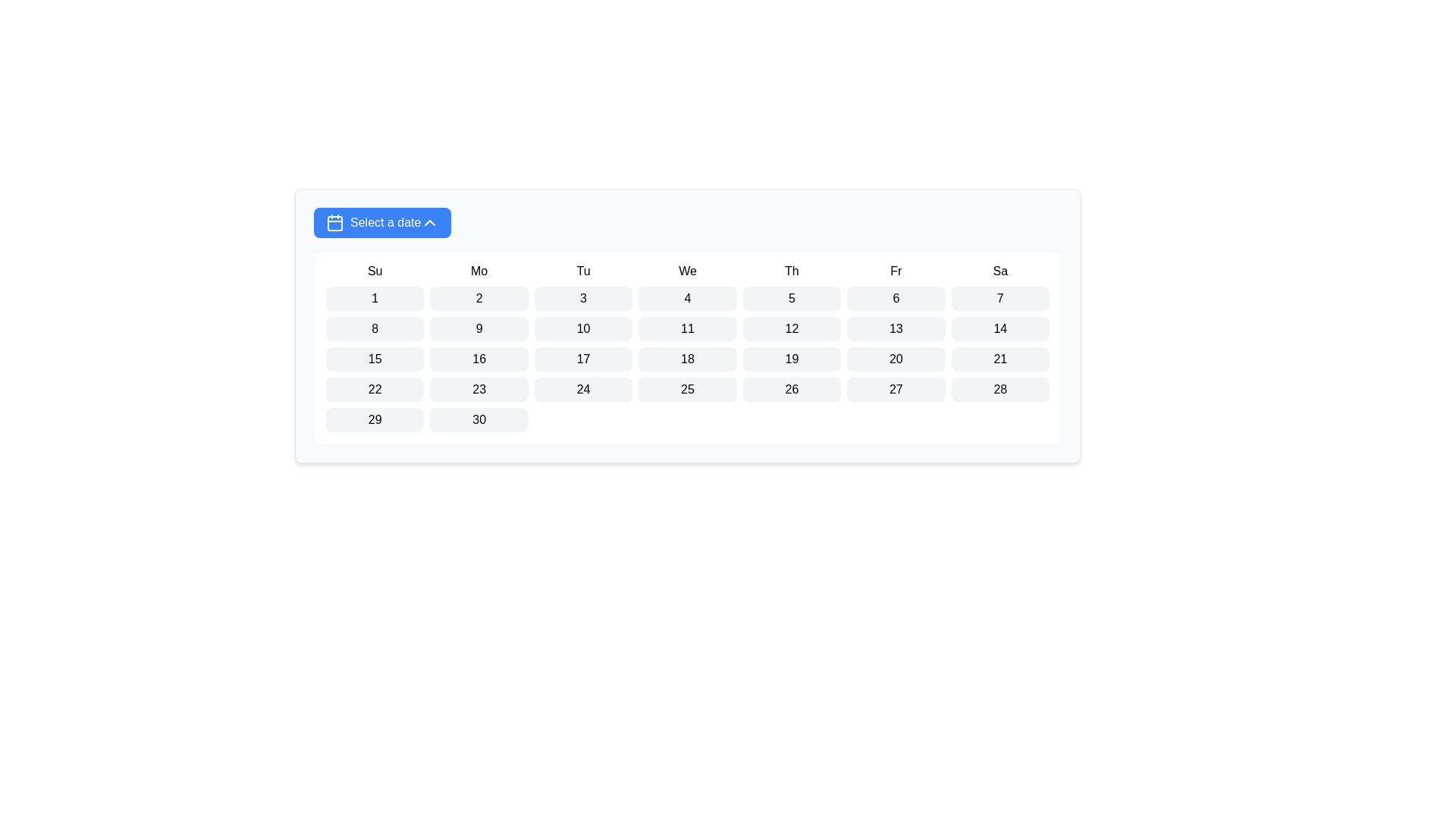 The height and width of the screenshot is (819, 1456). Describe the element at coordinates (791, 328) in the screenshot. I see `the Button-like calendar day cell displaying the date '12'` at that location.